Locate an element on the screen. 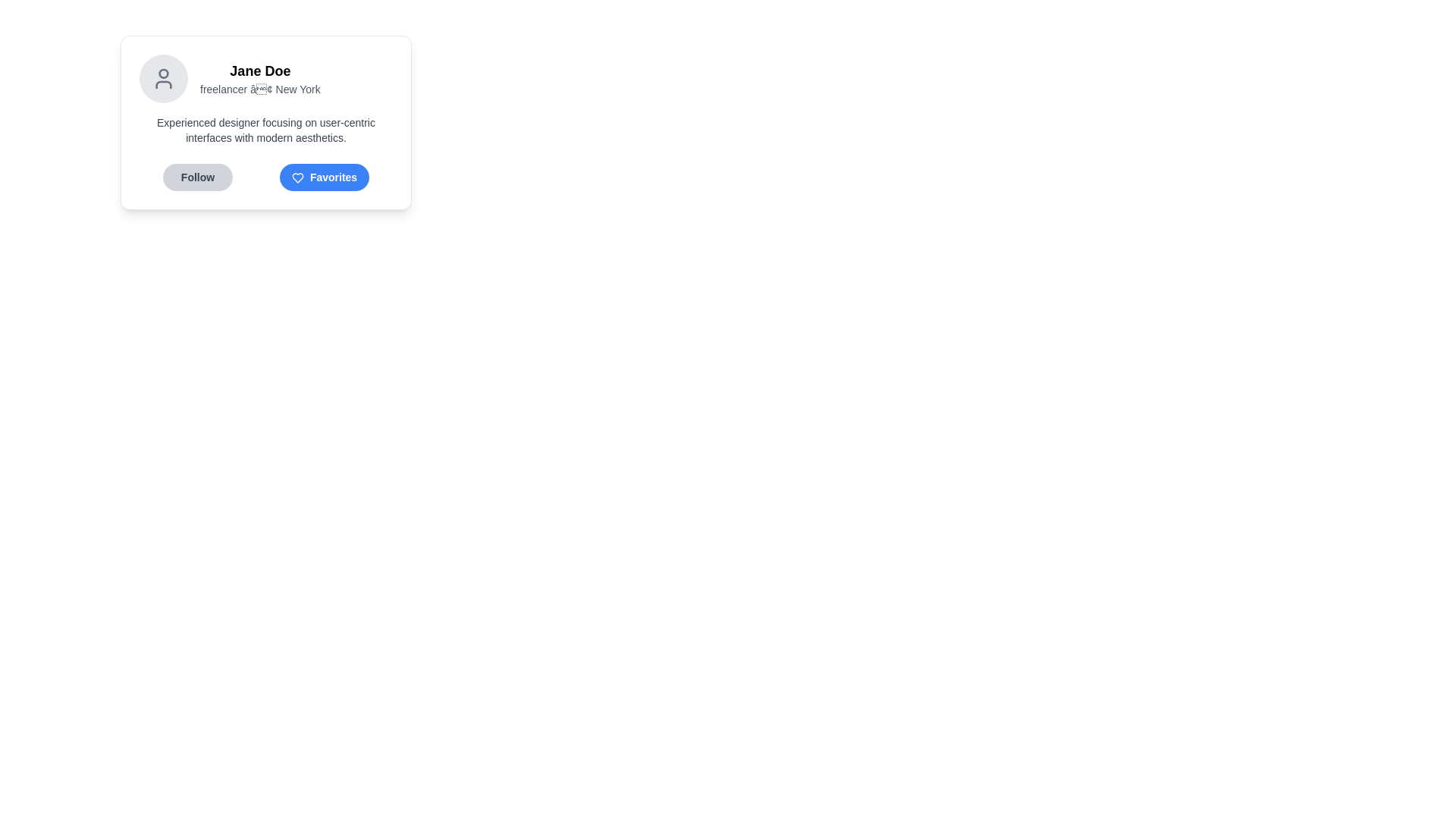  the blue rectangular 'Favorites' button with a white heart icon is located at coordinates (323, 177).